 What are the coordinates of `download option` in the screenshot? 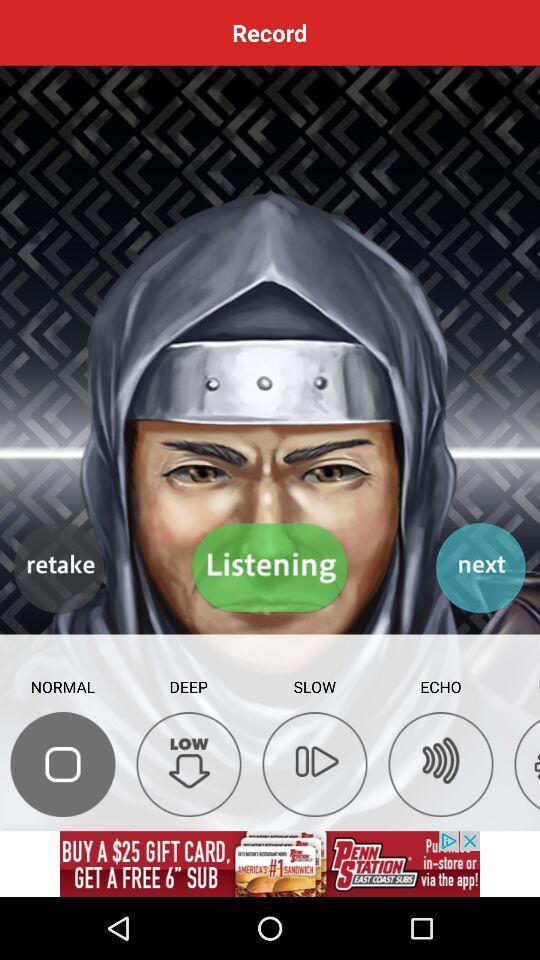 It's located at (189, 763).